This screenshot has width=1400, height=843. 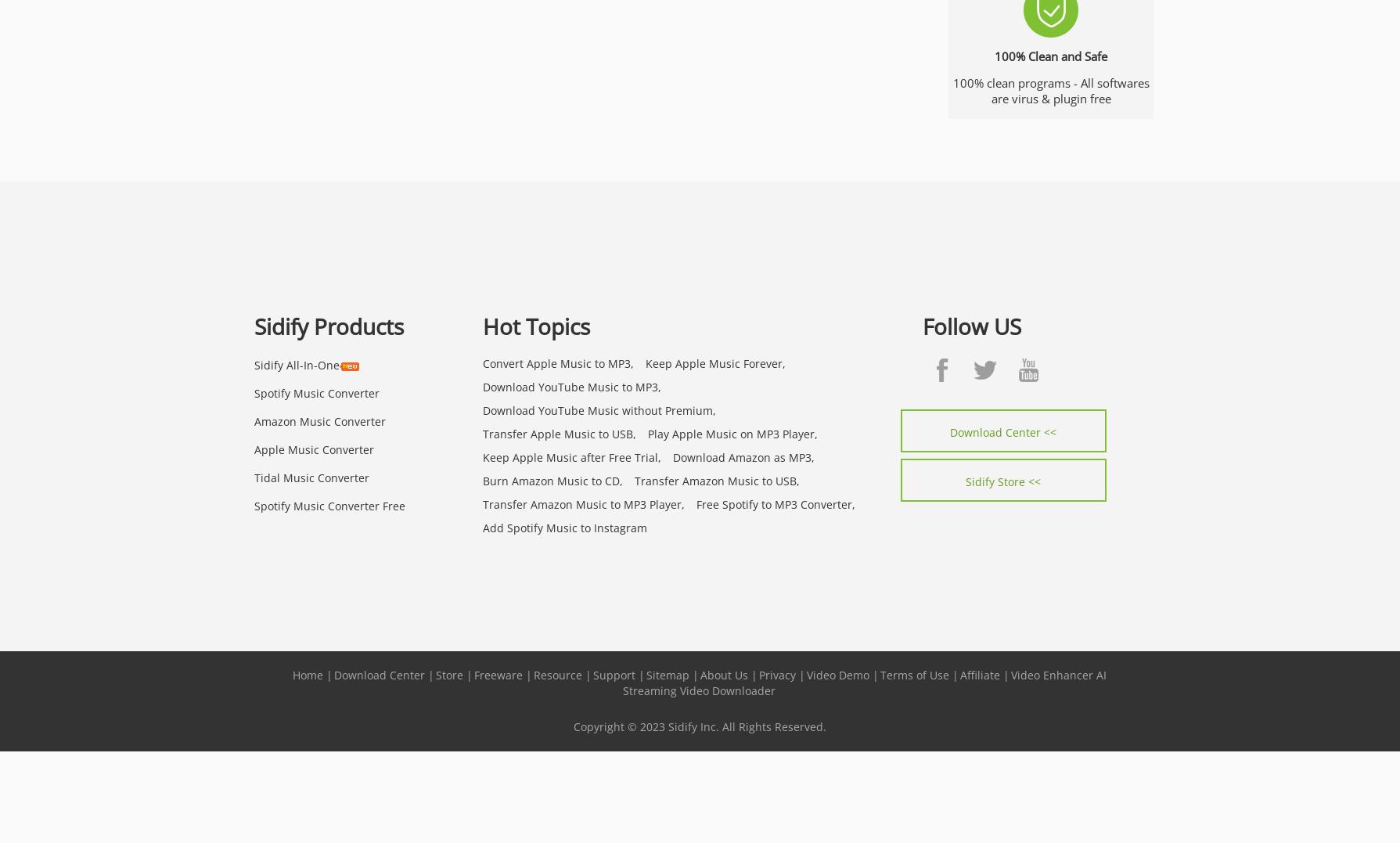 I want to click on 'Home', so click(x=306, y=673).